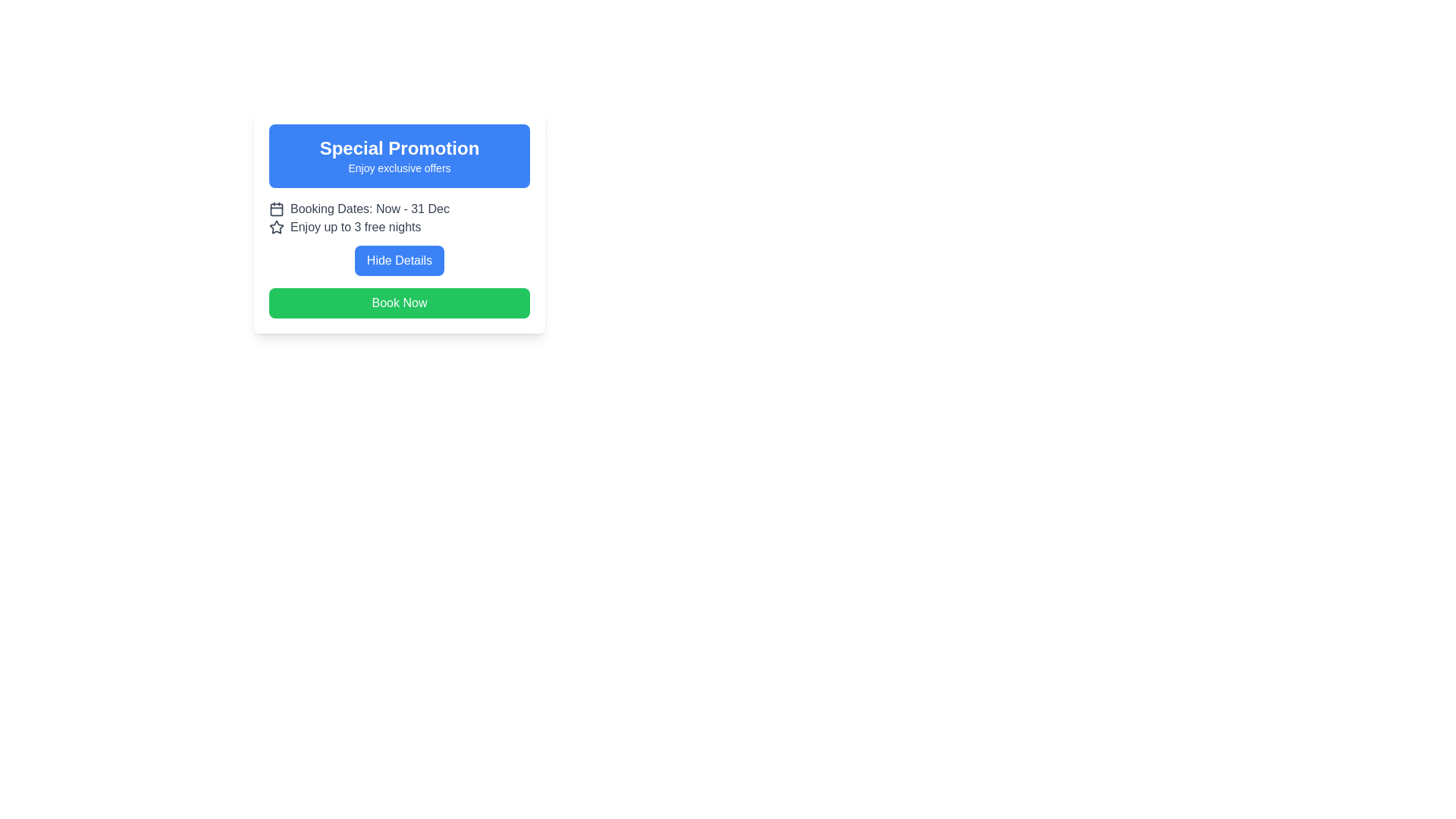 Image resolution: width=1456 pixels, height=819 pixels. Describe the element at coordinates (400, 237) in the screenshot. I see `the text content group that includes 'Booking Dates: Now - 31 Dec', 'Enjoy up to 3 free nights', and 'Hide Details' to read it` at that location.